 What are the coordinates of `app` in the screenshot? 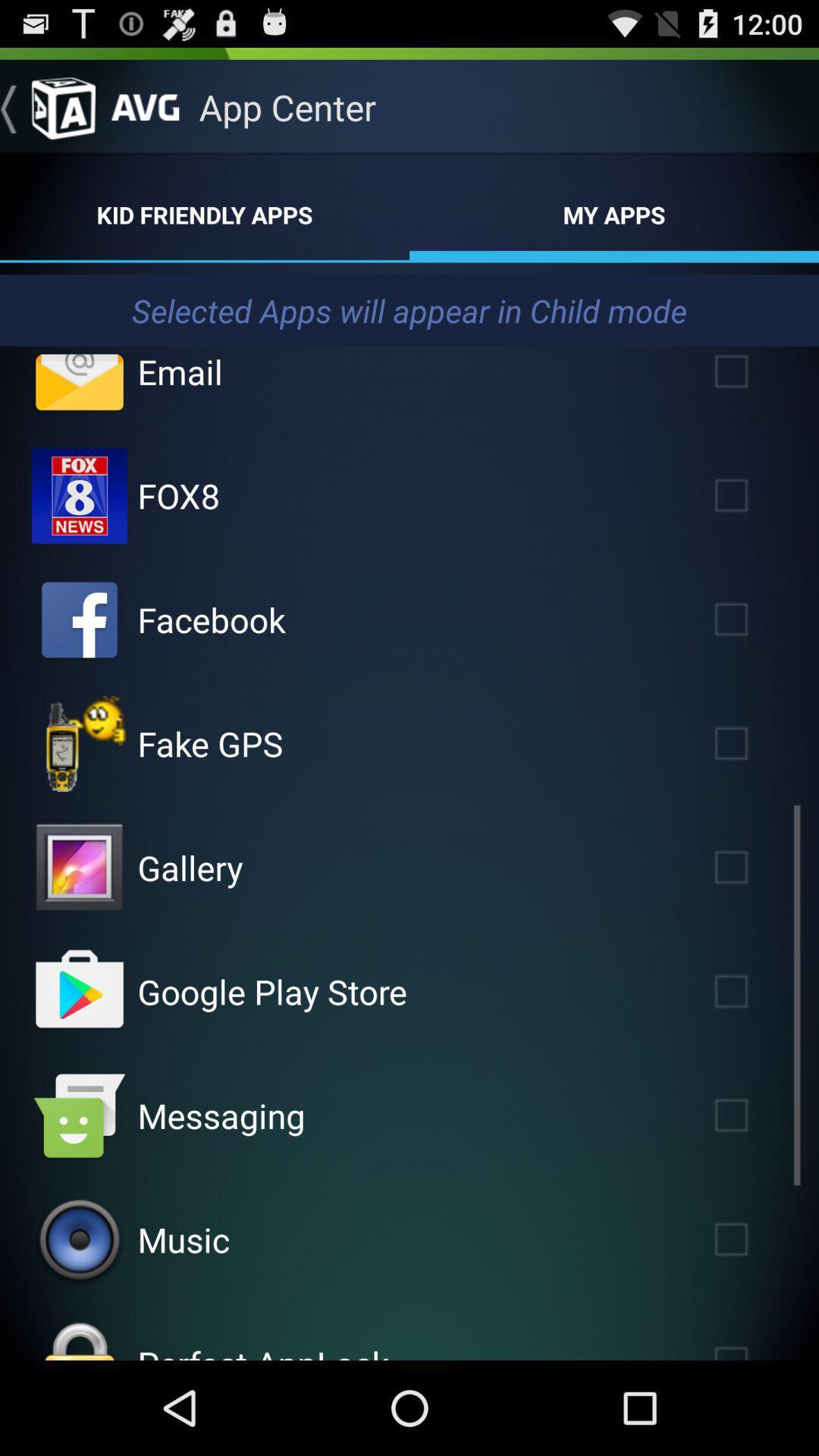 It's located at (753, 620).